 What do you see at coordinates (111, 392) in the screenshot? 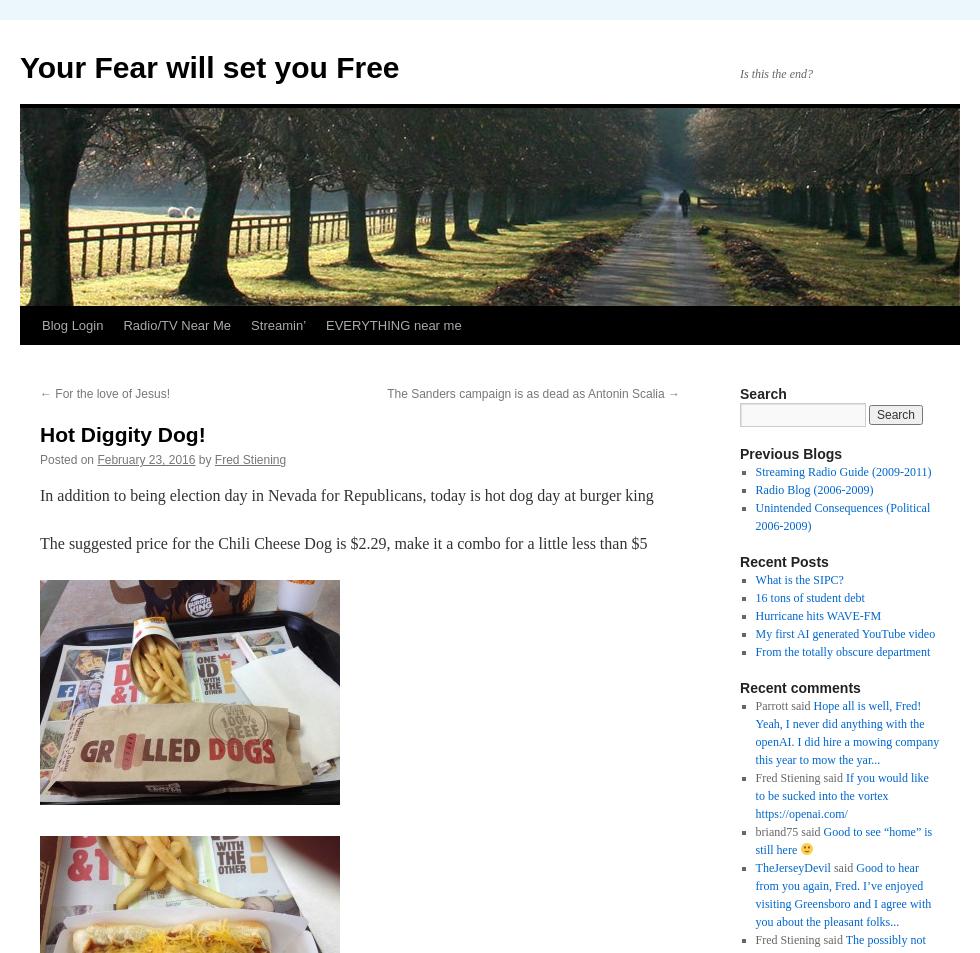
I see `'For the love of Jesus!'` at bounding box center [111, 392].